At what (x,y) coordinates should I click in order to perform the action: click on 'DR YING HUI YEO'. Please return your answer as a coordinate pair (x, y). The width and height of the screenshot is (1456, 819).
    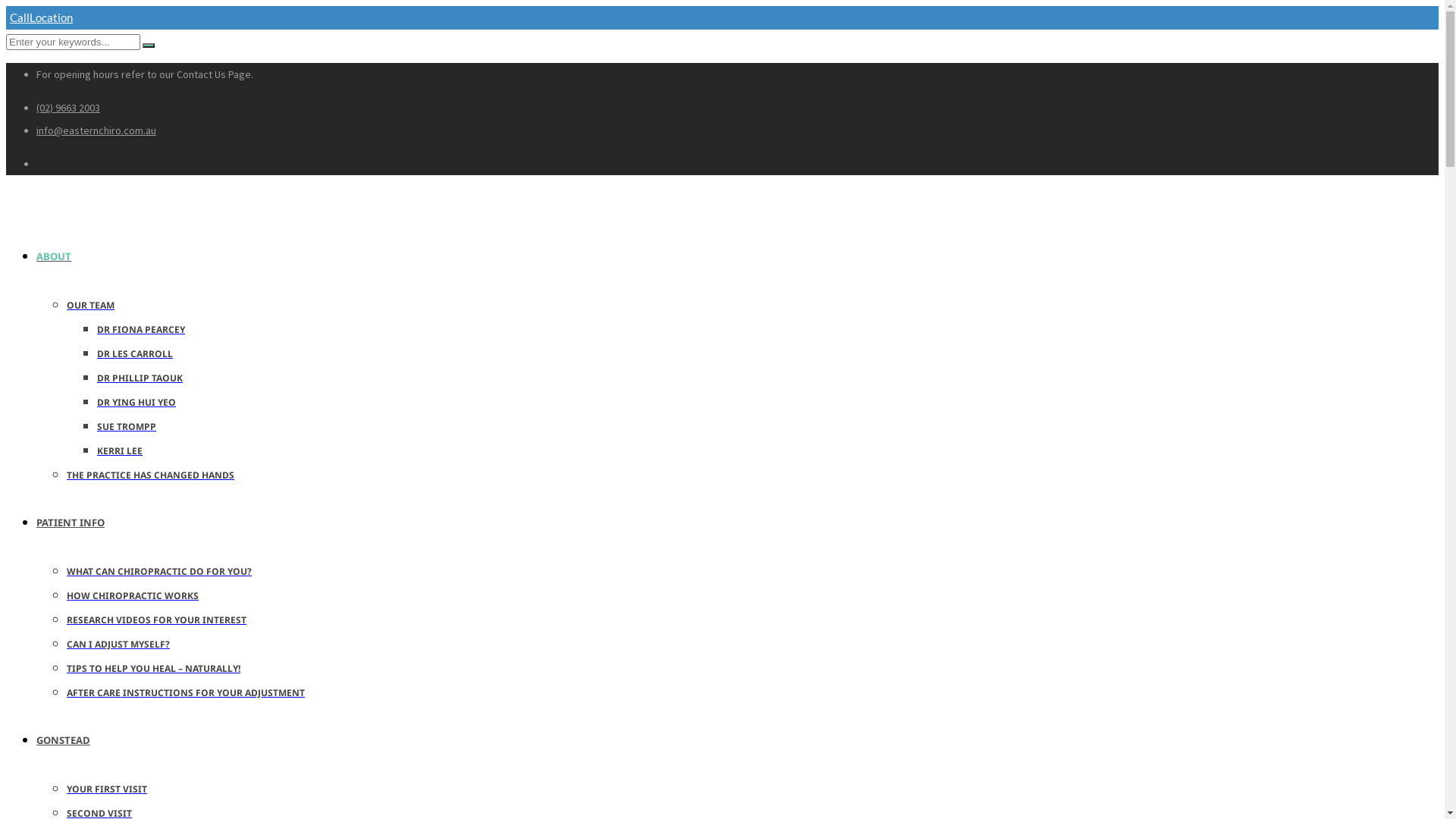
    Looking at the image, I should click on (136, 401).